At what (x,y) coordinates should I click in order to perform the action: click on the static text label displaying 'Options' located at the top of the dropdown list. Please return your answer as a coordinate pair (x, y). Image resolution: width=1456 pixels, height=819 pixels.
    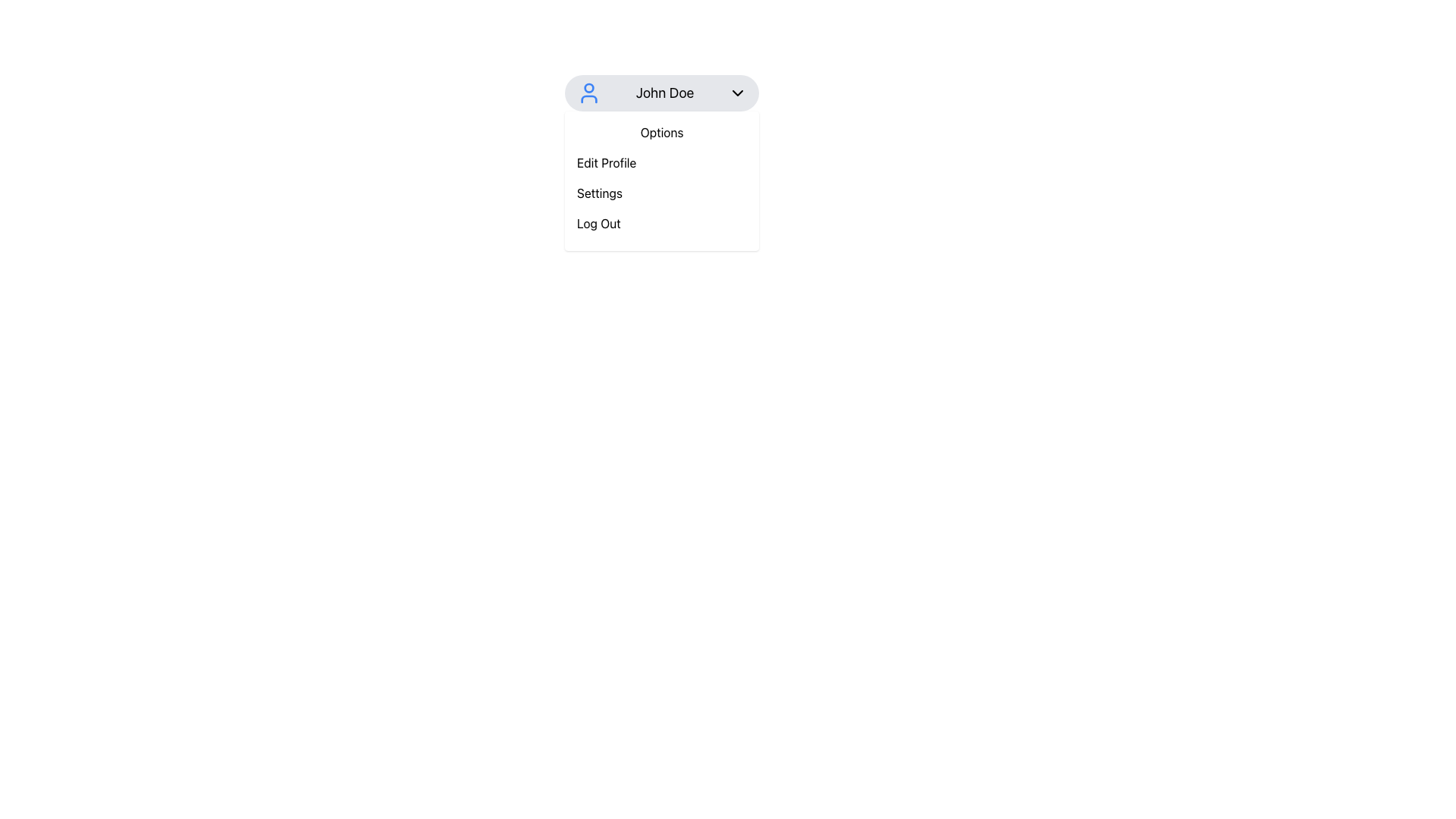
    Looking at the image, I should click on (662, 131).